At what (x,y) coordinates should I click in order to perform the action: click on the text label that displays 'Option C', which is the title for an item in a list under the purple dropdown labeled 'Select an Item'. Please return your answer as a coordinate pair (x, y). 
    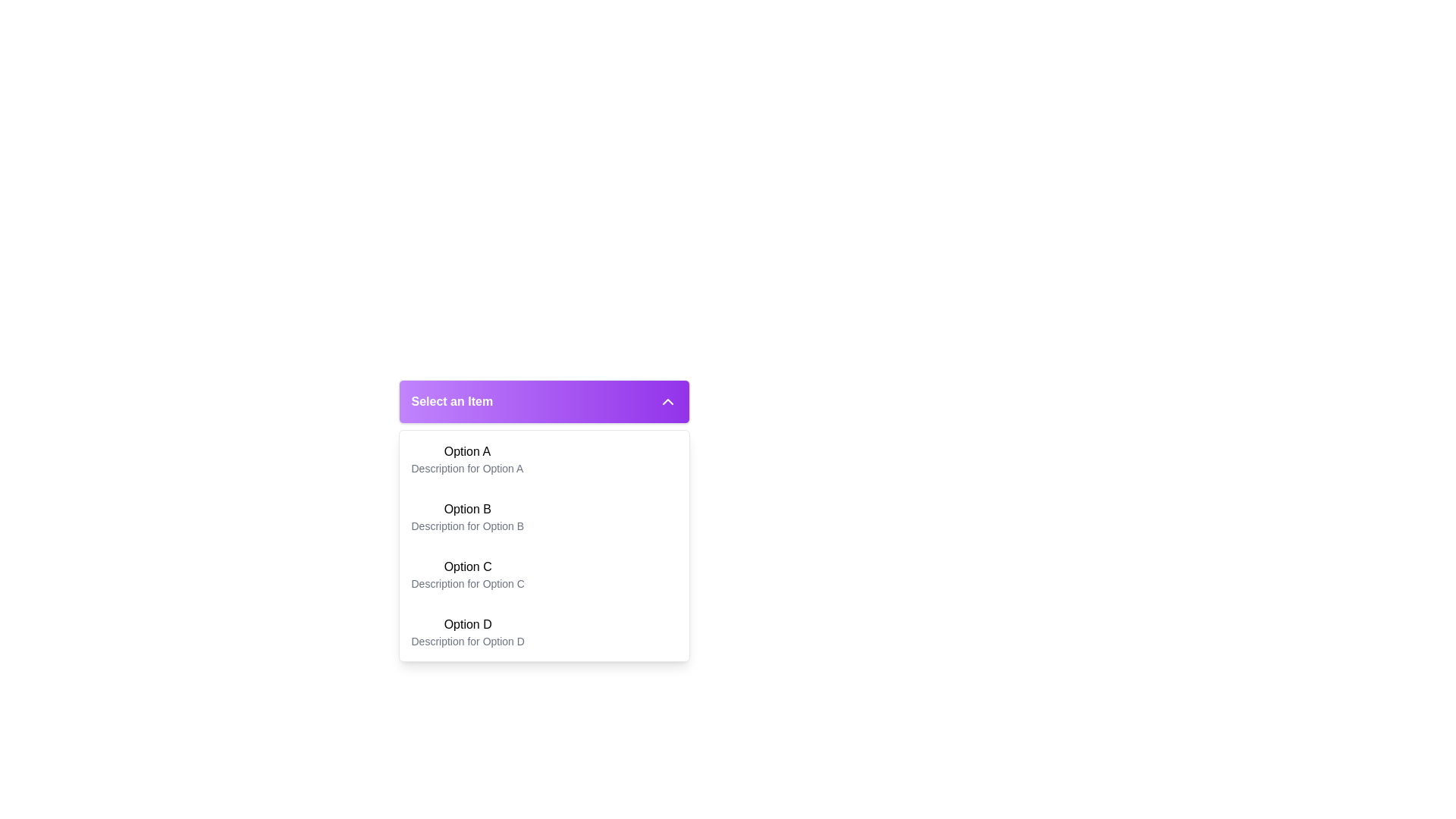
    Looking at the image, I should click on (467, 567).